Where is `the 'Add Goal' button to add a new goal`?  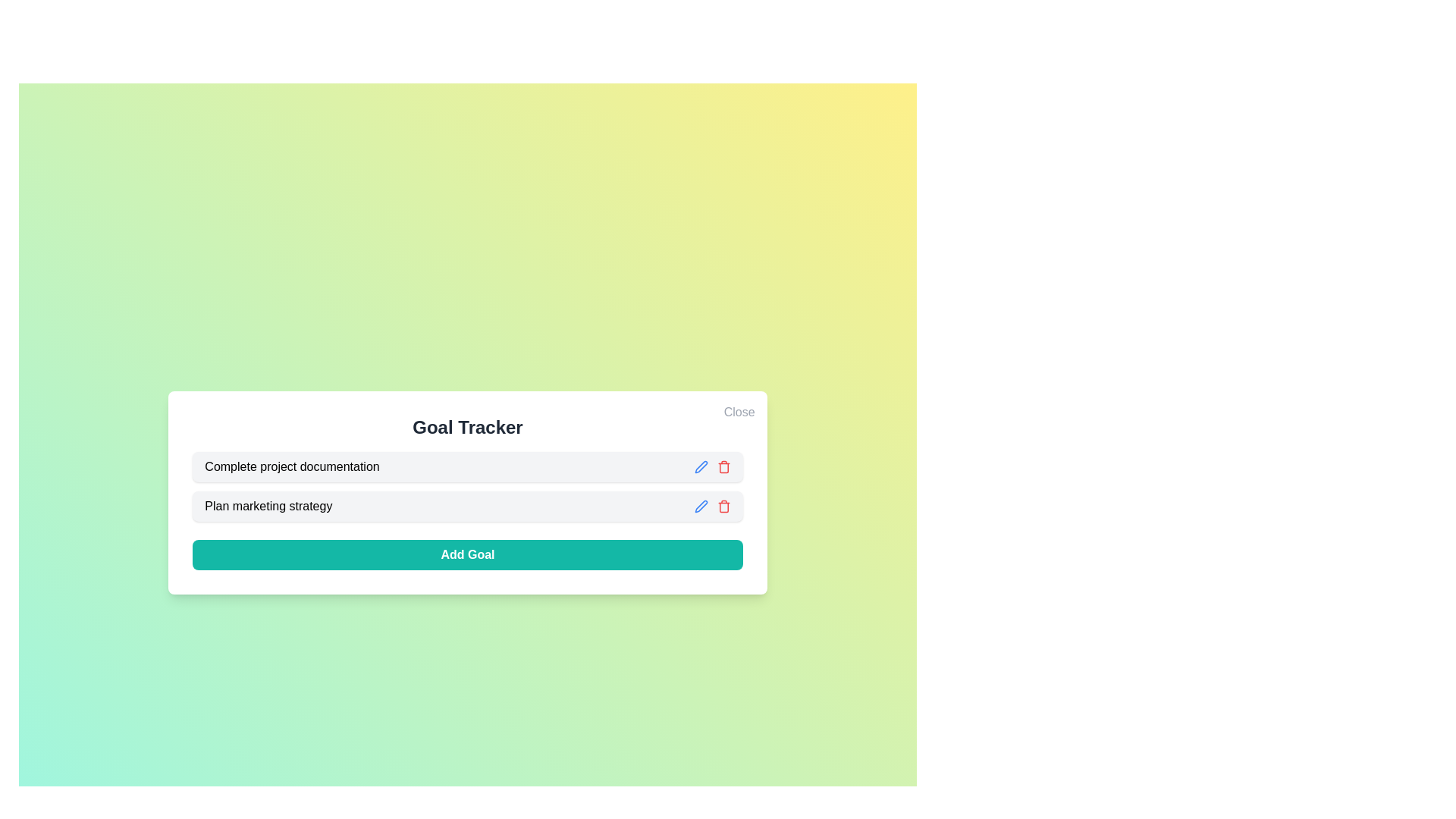 the 'Add Goal' button to add a new goal is located at coordinates (466, 555).